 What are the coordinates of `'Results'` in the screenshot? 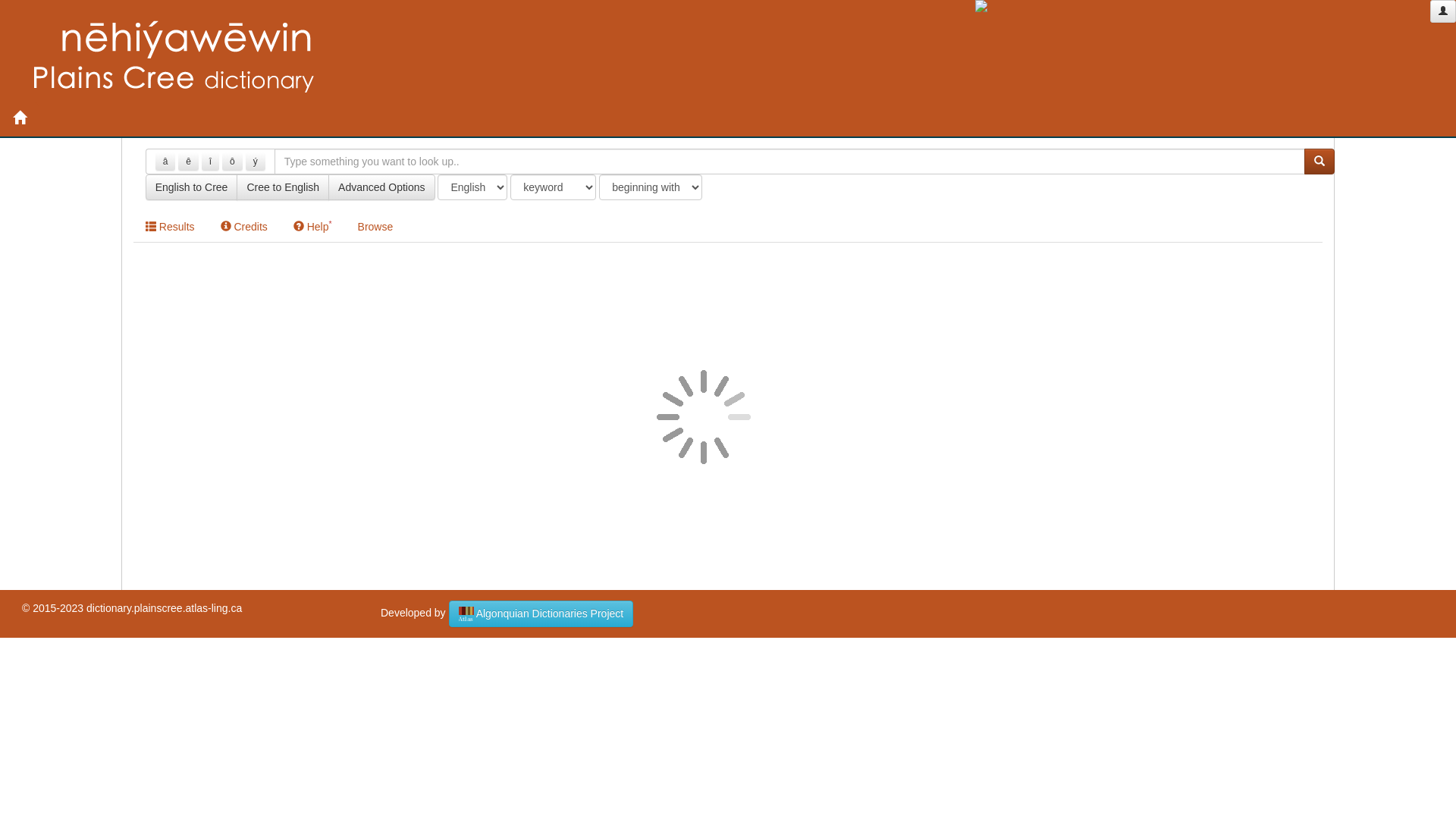 It's located at (170, 227).